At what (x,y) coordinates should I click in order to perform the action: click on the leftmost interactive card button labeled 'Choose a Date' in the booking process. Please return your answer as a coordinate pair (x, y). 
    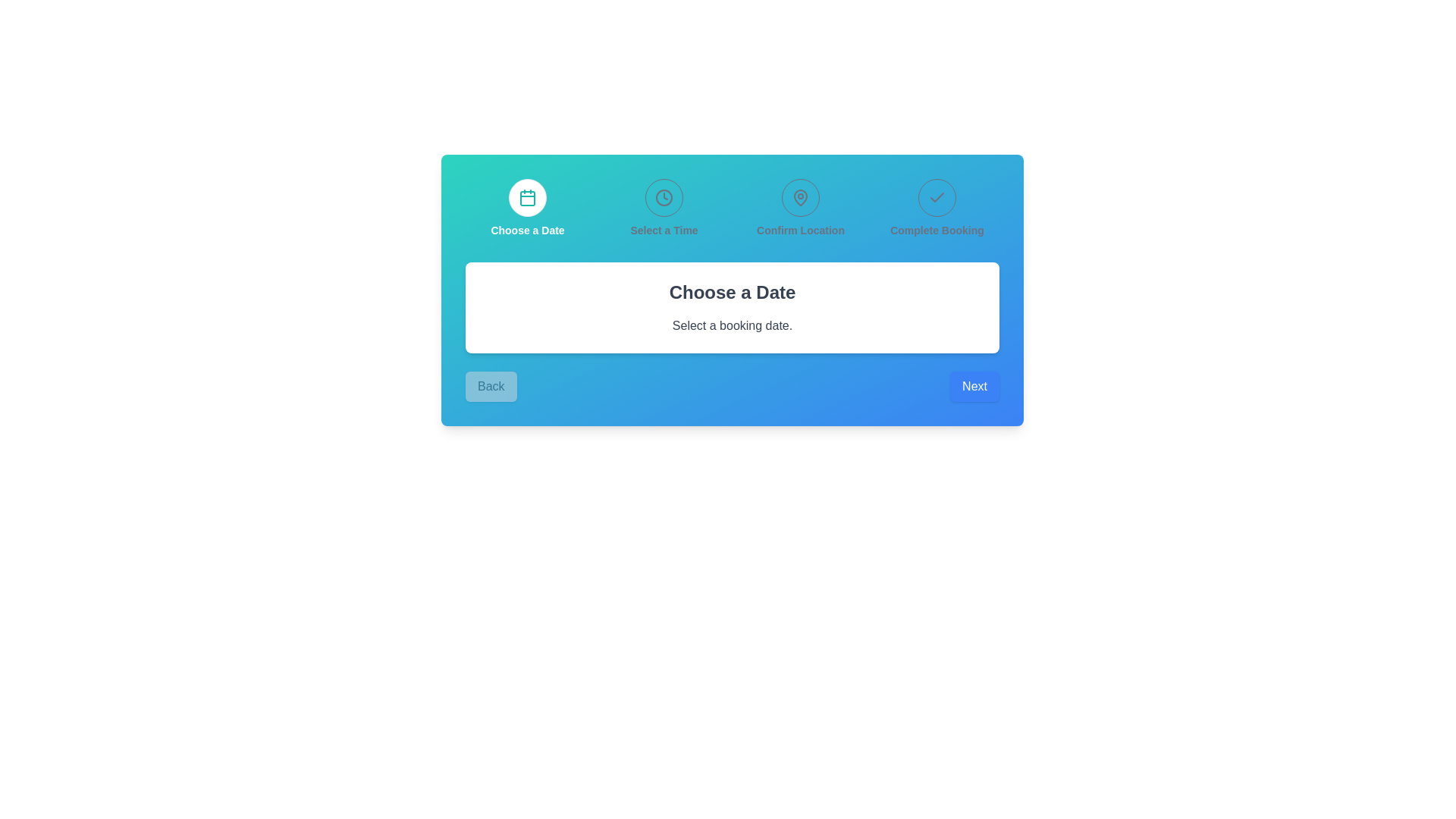
    Looking at the image, I should click on (528, 208).